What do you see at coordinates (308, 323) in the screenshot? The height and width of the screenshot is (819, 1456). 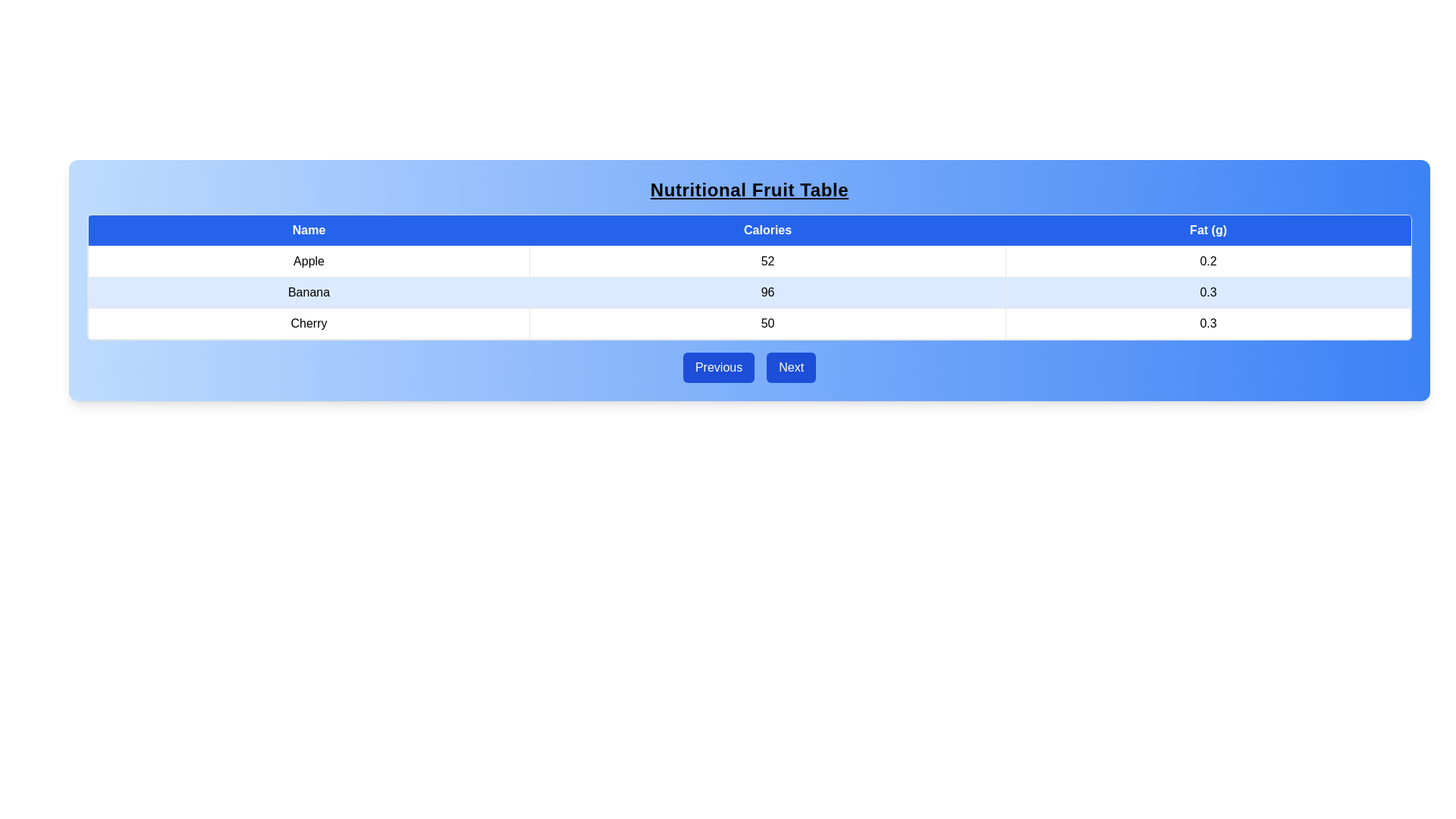 I see `the text label displaying the word 'Cherry' in black text on a white background, located in the leftmost cell of the third row of a table depicting nutritional information about fruits` at bounding box center [308, 323].